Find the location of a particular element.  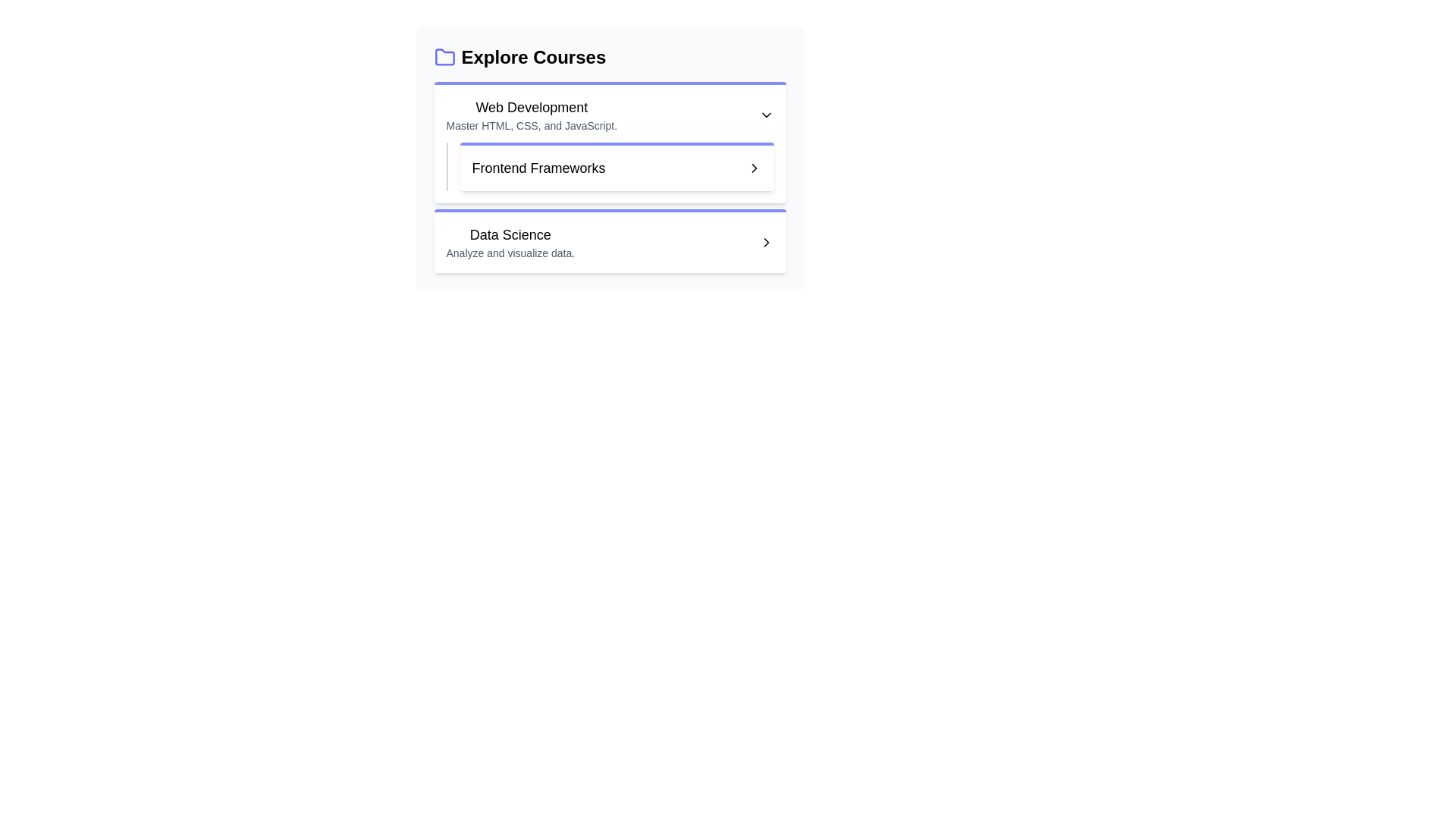

the right-arrow icon located on the far right side of the 'Frontend Frameworks' label within the 'Web Development' section is located at coordinates (754, 168).